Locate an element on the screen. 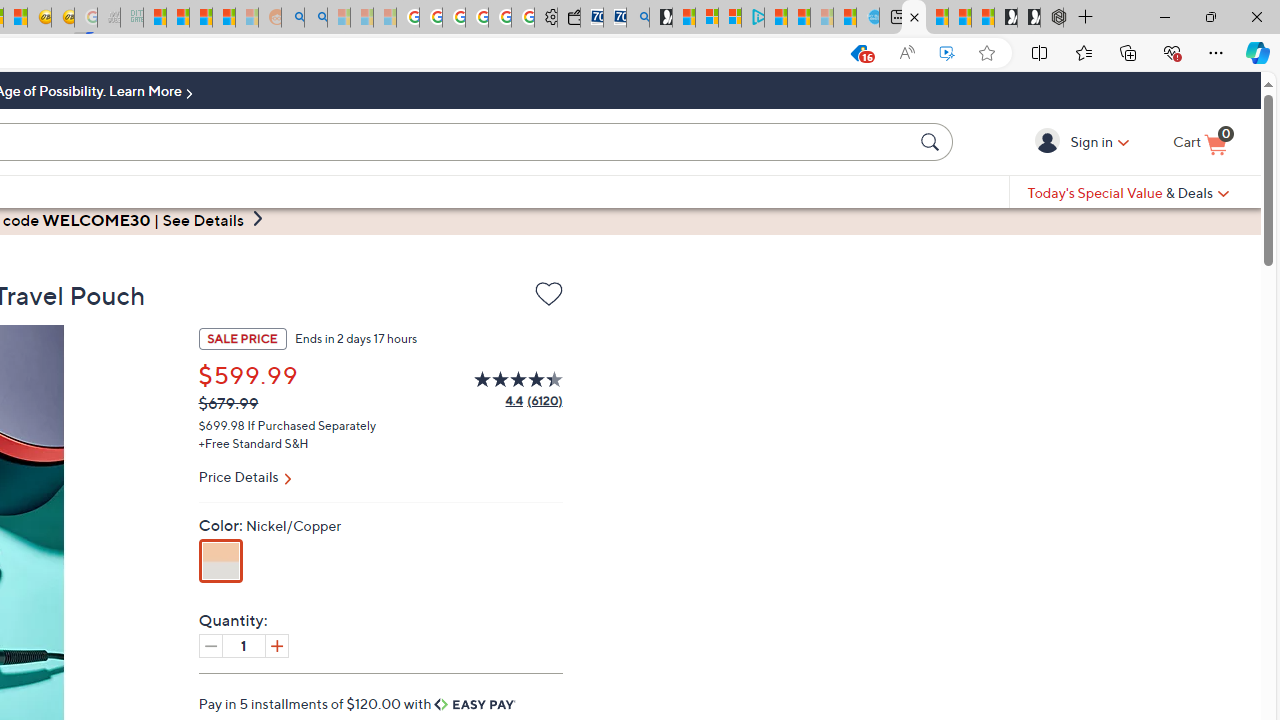 The image size is (1280, 720). 'Bing Real Estate - Home sales and rental listings' is located at coordinates (637, 17).